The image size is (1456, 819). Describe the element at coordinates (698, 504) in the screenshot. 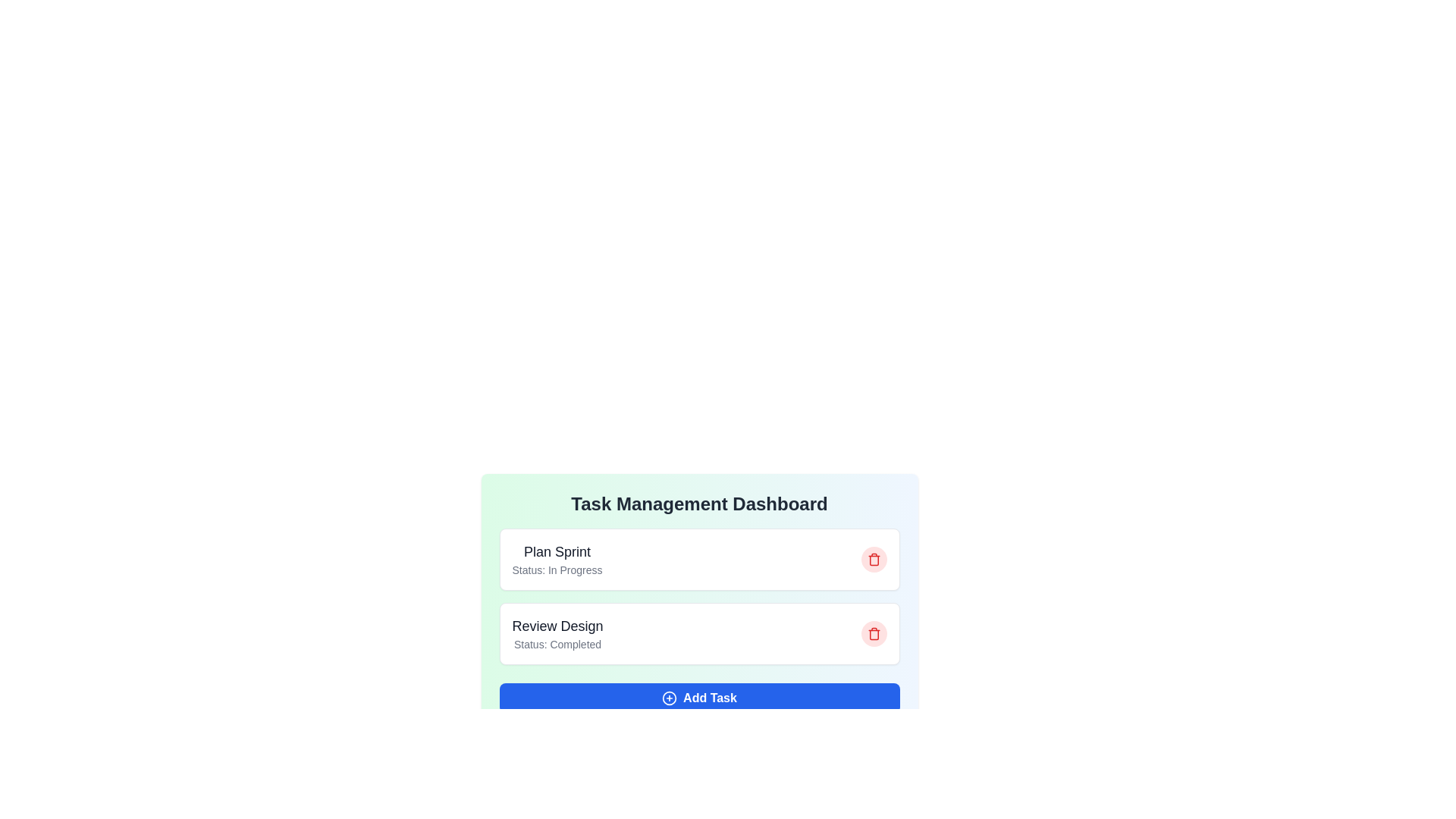

I see `the title text 'Task Management Dashboard'` at that location.